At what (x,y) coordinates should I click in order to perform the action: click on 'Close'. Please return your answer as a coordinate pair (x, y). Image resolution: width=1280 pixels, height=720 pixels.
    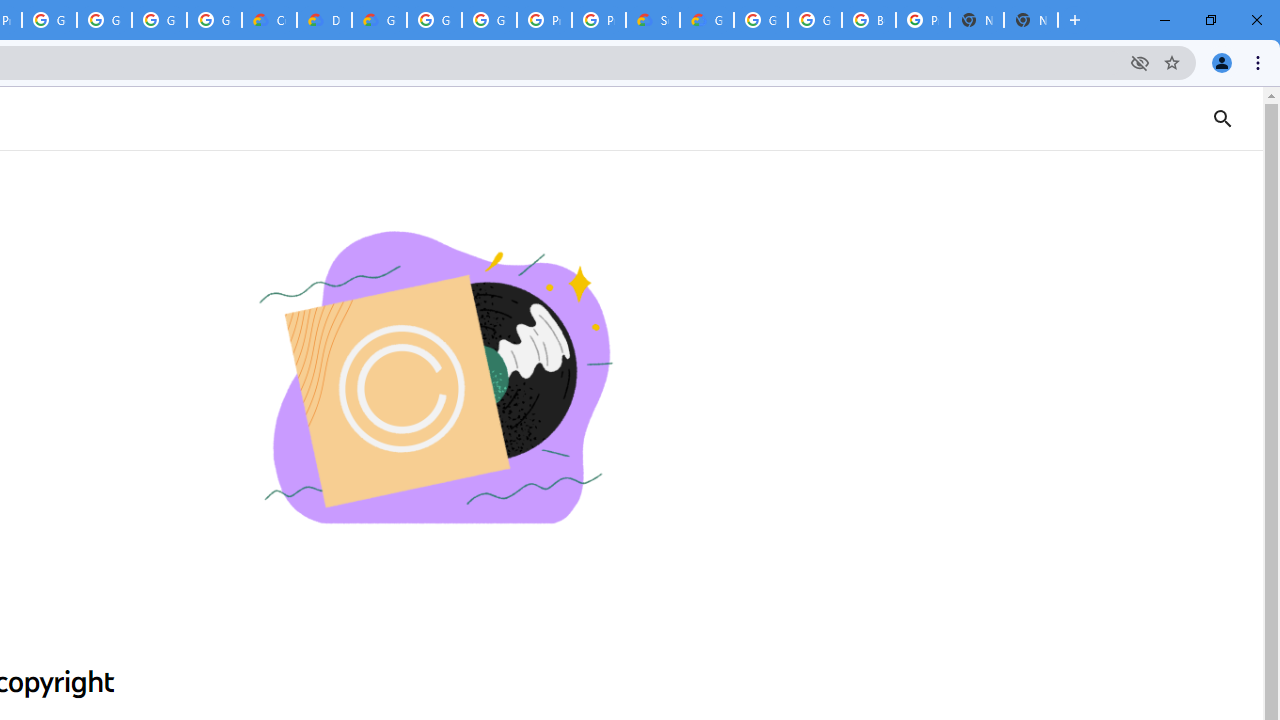
    Looking at the image, I should click on (1255, 20).